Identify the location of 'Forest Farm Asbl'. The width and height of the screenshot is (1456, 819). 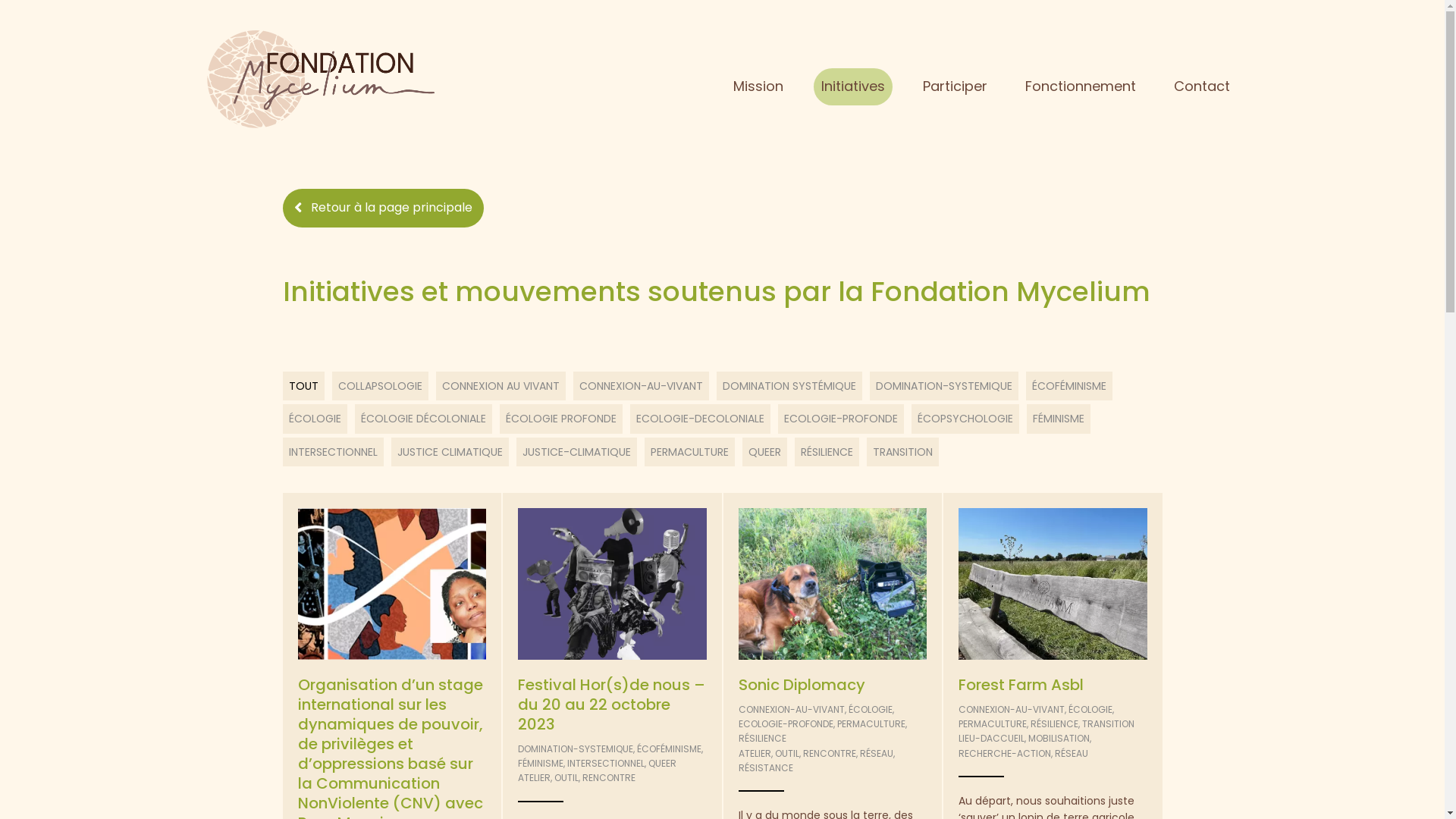
(1021, 684).